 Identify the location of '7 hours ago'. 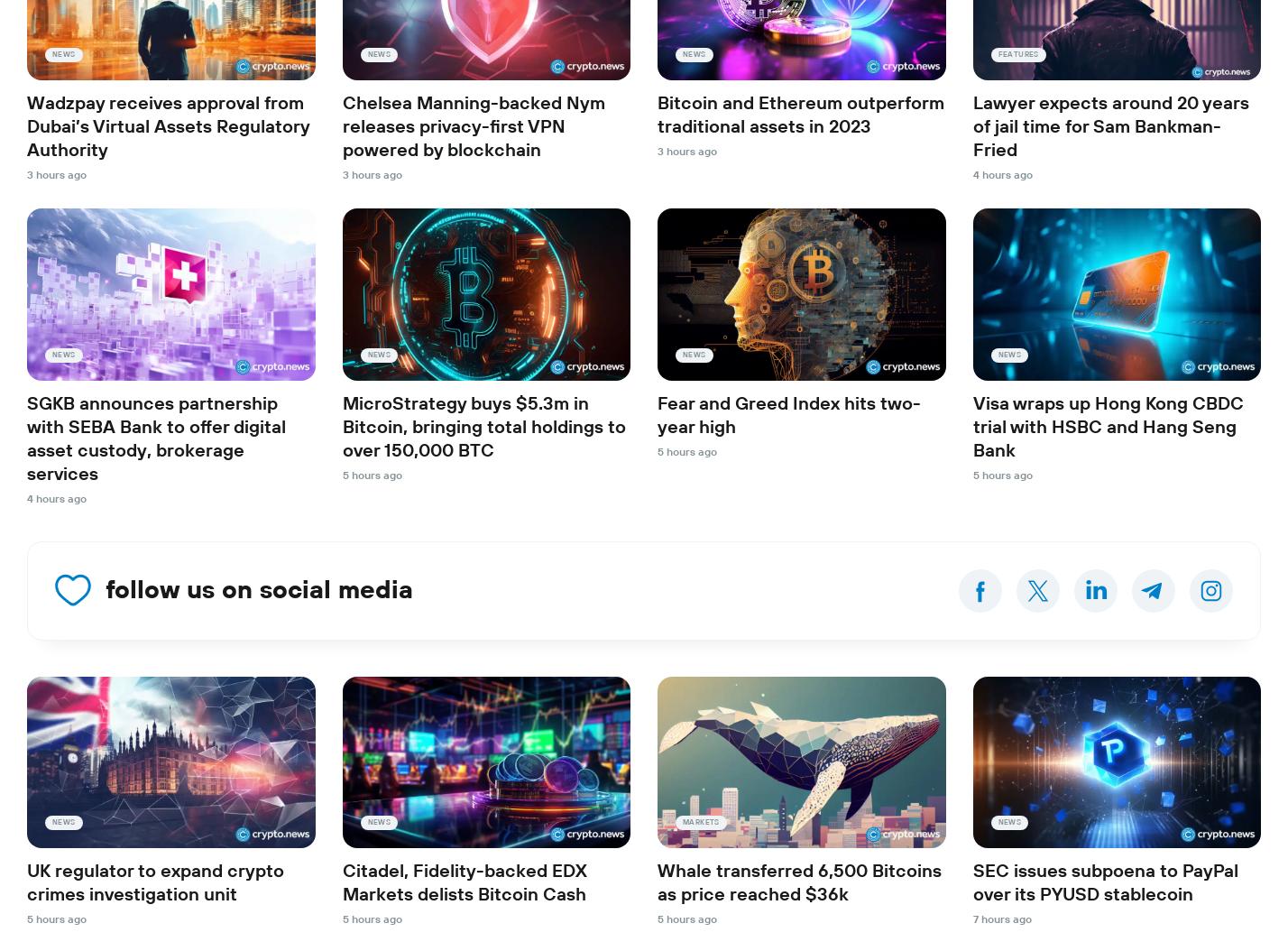
(1001, 919).